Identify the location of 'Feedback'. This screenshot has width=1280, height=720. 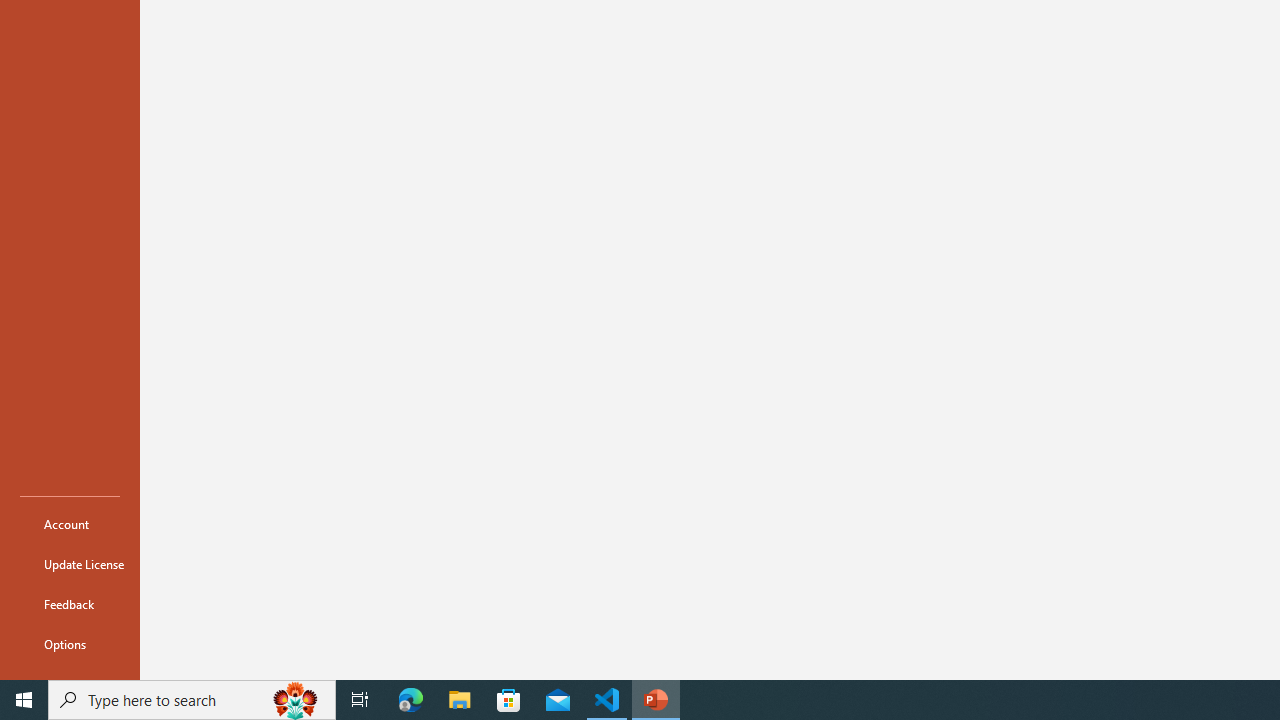
(69, 603).